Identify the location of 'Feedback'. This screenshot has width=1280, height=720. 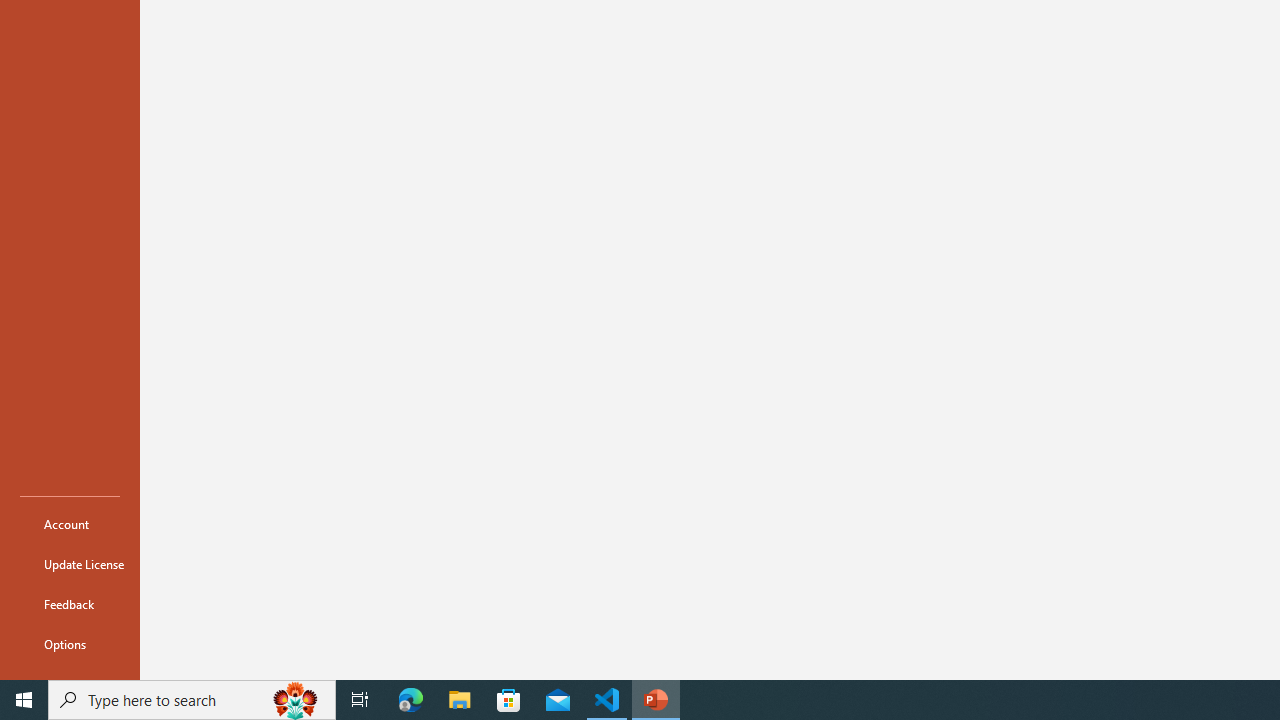
(69, 603).